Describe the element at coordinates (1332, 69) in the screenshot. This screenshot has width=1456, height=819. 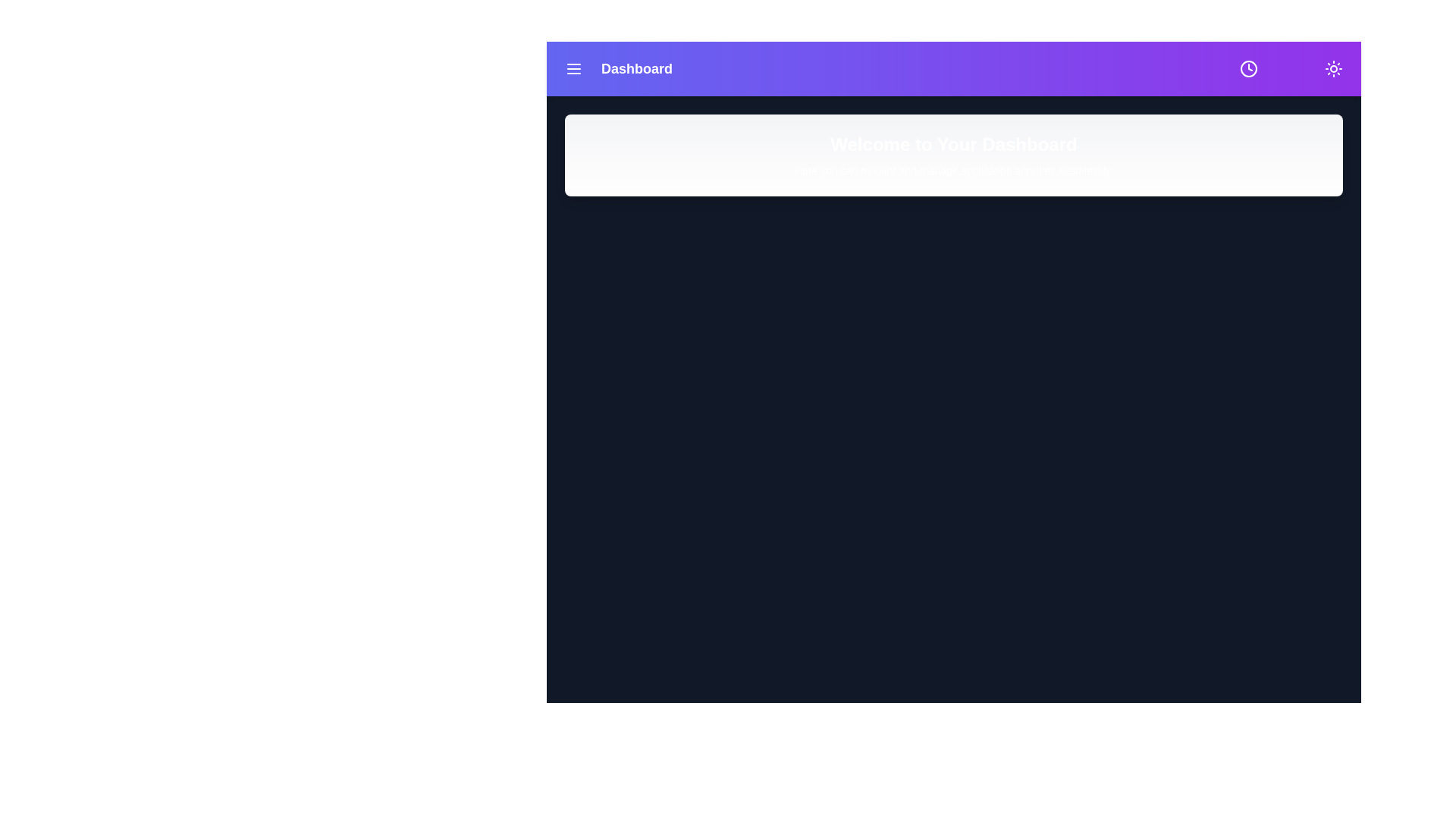
I see `the sun/moon icon to toggle the dark mode` at that location.